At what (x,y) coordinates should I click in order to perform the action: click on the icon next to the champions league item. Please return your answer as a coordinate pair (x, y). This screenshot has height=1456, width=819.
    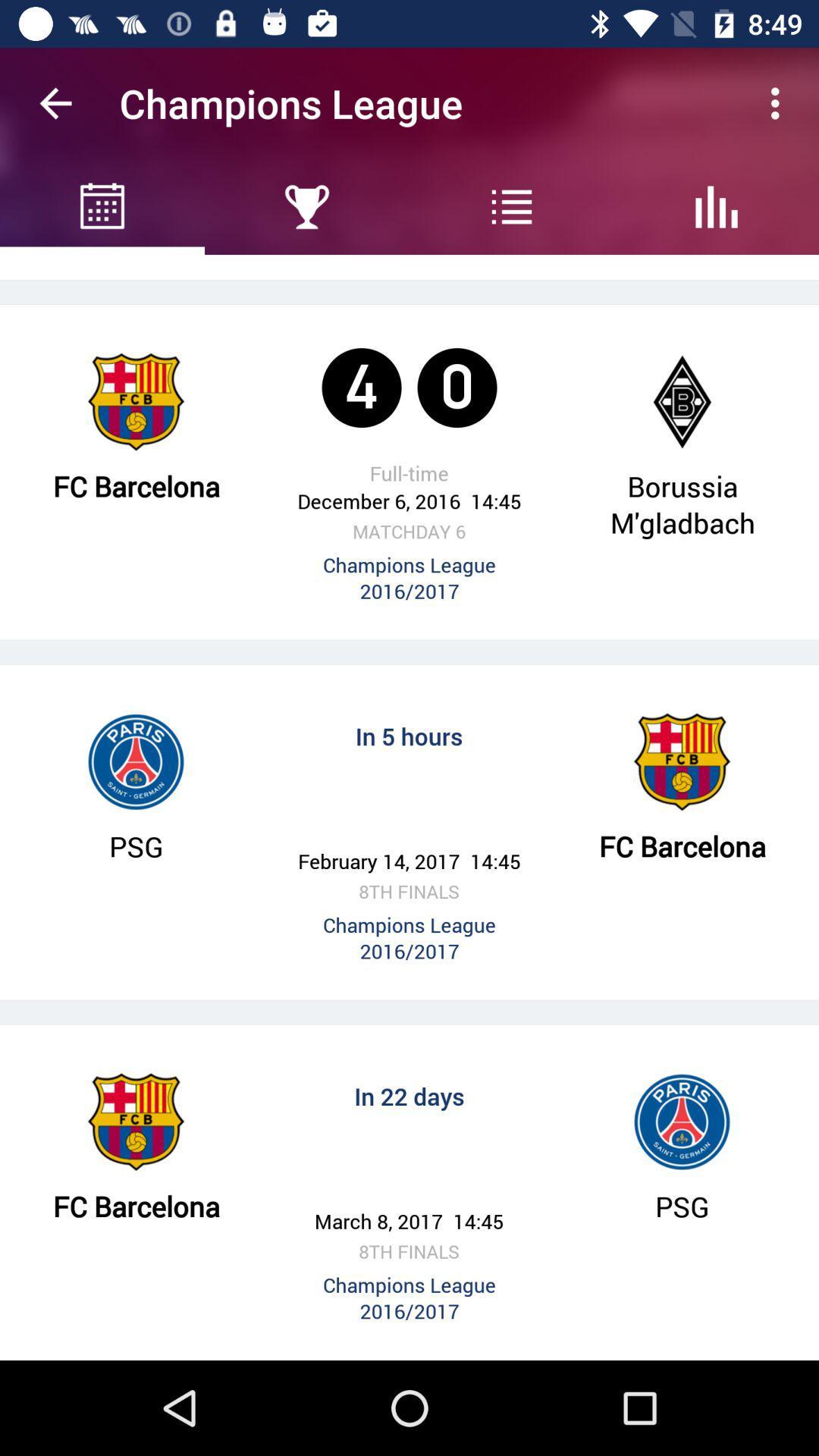
    Looking at the image, I should click on (55, 102).